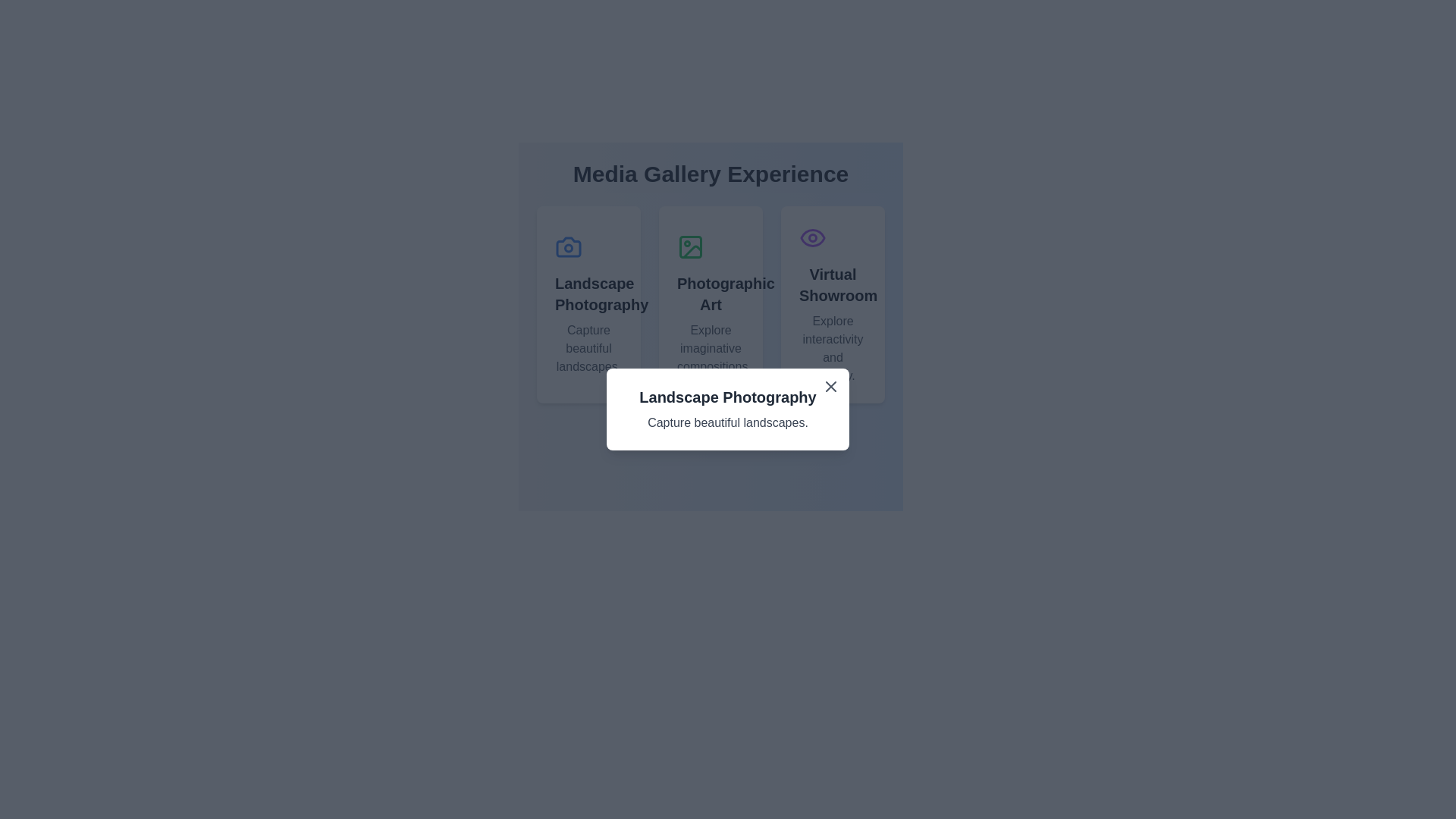 This screenshot has height=819, width=1456. Describe the element at coordinates (567, 247) in the screenshot. I see `the small circular SVG icon within the camera icon located at the top of the leftmost card labeled 'Landscape Photography'` at that location.